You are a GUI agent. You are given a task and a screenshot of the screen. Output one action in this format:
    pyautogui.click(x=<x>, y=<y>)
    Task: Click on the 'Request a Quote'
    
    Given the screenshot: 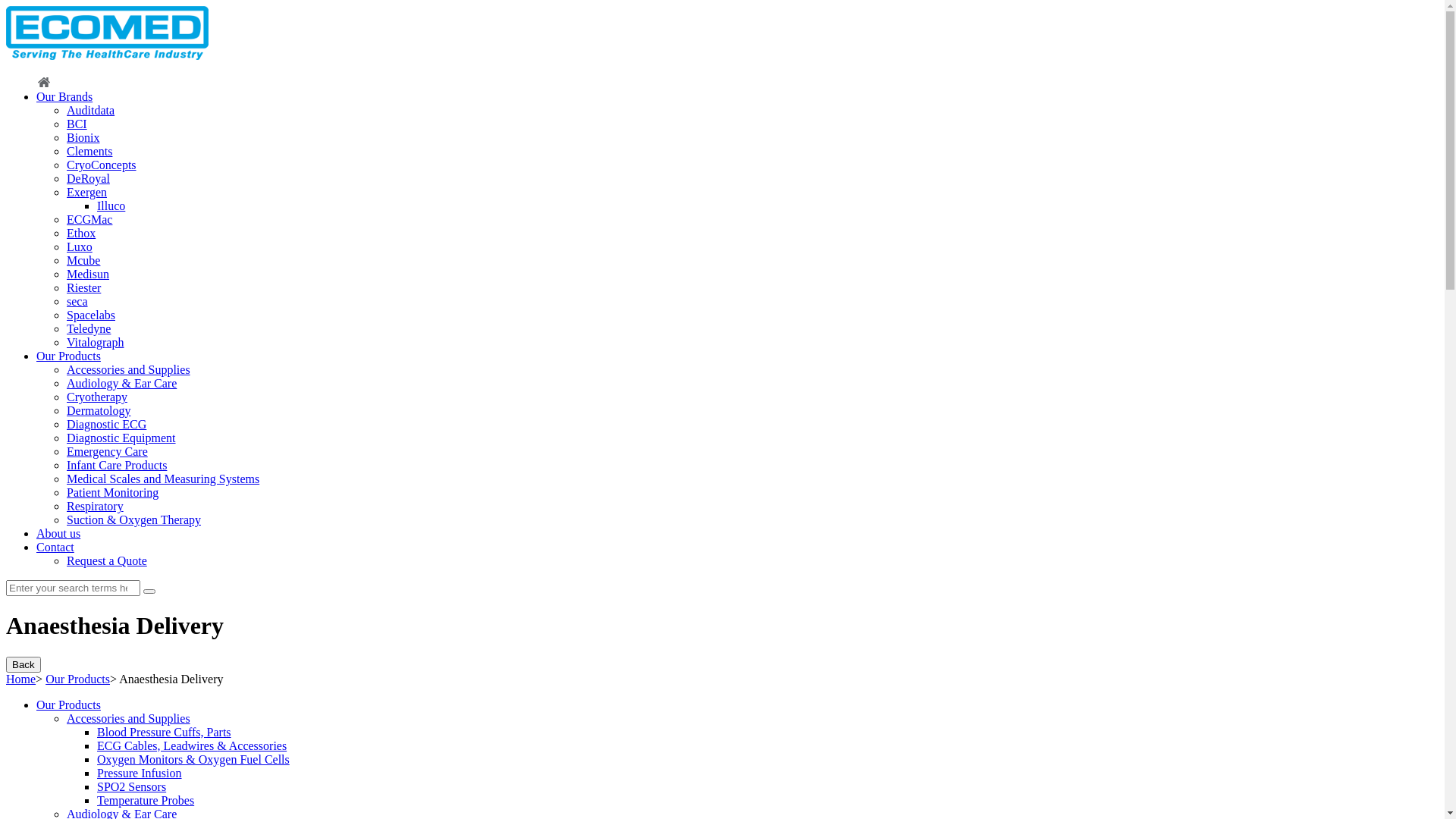 What is the action you would take?
    pyautogui.click(x=105, y=560)
    